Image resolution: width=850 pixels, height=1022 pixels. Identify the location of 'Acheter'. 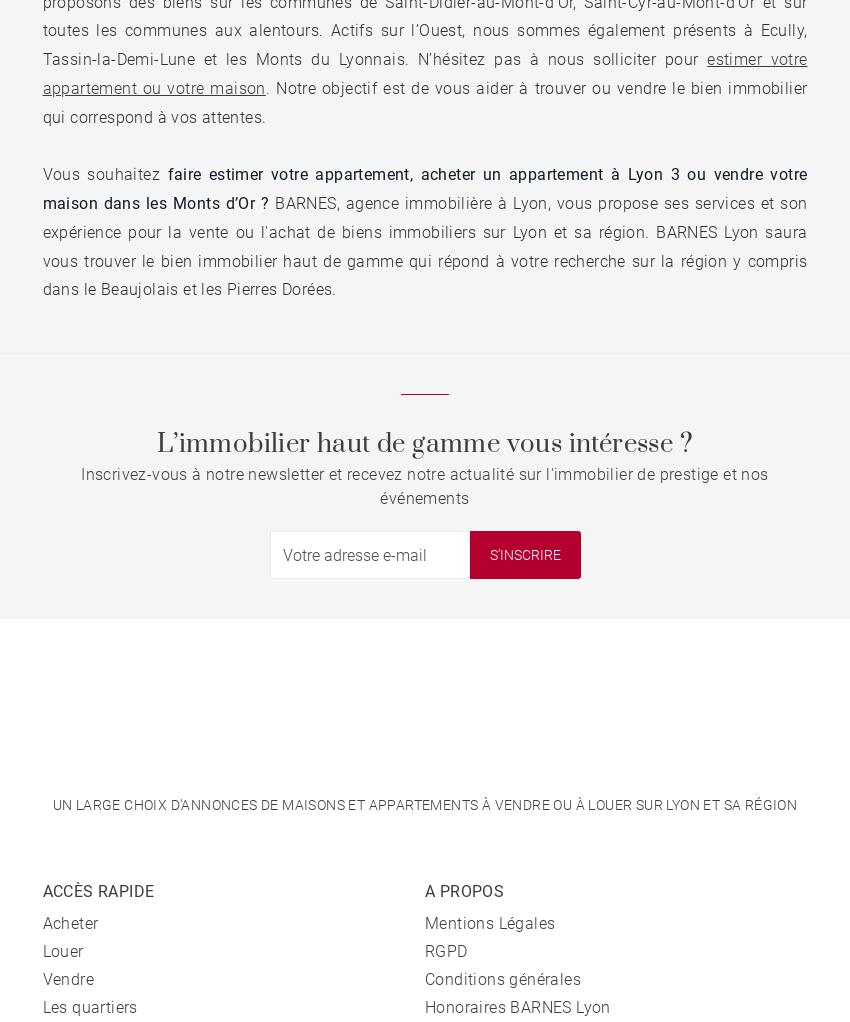
(70, 923).